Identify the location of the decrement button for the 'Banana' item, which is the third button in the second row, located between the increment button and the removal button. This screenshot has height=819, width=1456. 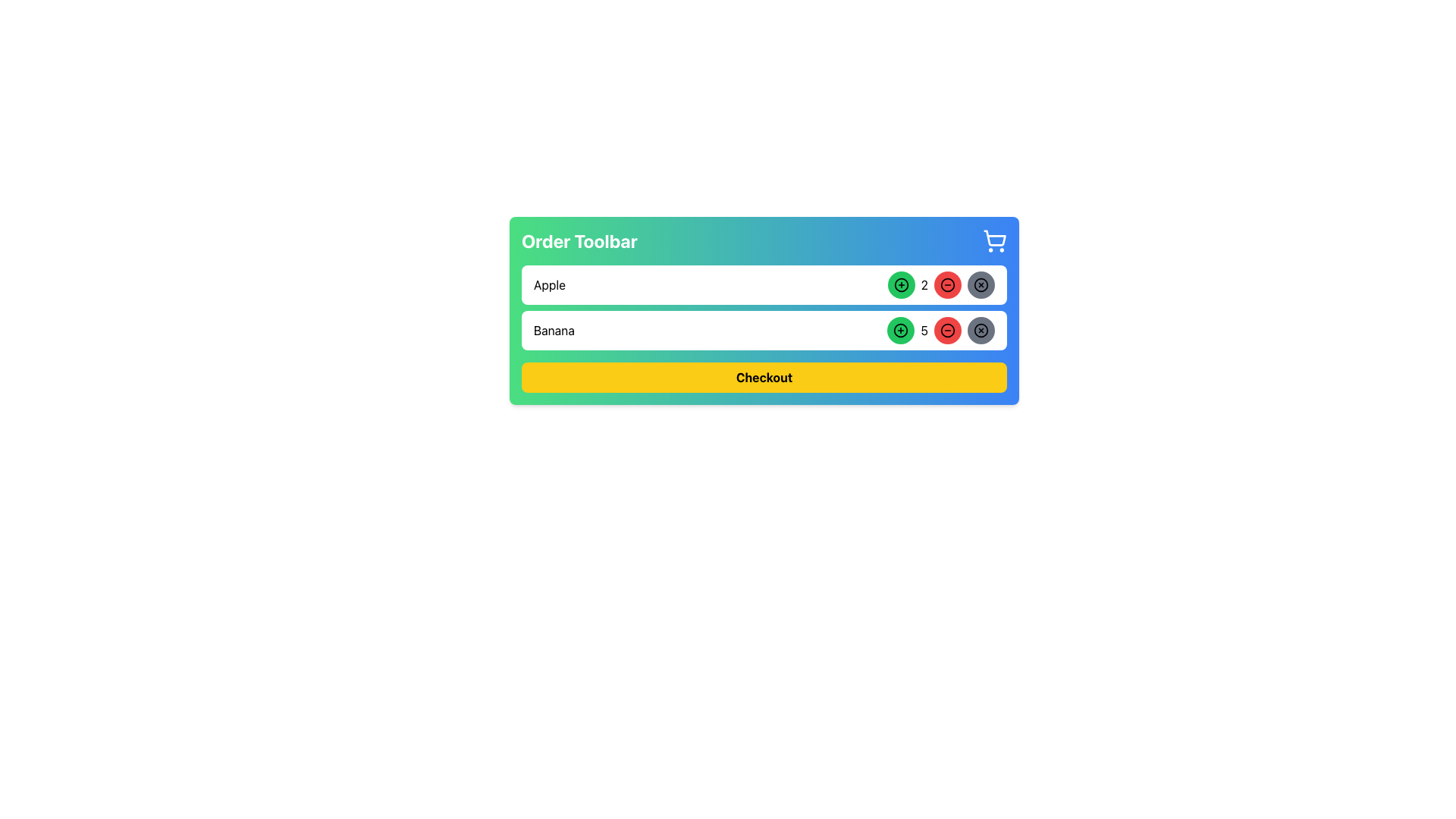
(946, 329).